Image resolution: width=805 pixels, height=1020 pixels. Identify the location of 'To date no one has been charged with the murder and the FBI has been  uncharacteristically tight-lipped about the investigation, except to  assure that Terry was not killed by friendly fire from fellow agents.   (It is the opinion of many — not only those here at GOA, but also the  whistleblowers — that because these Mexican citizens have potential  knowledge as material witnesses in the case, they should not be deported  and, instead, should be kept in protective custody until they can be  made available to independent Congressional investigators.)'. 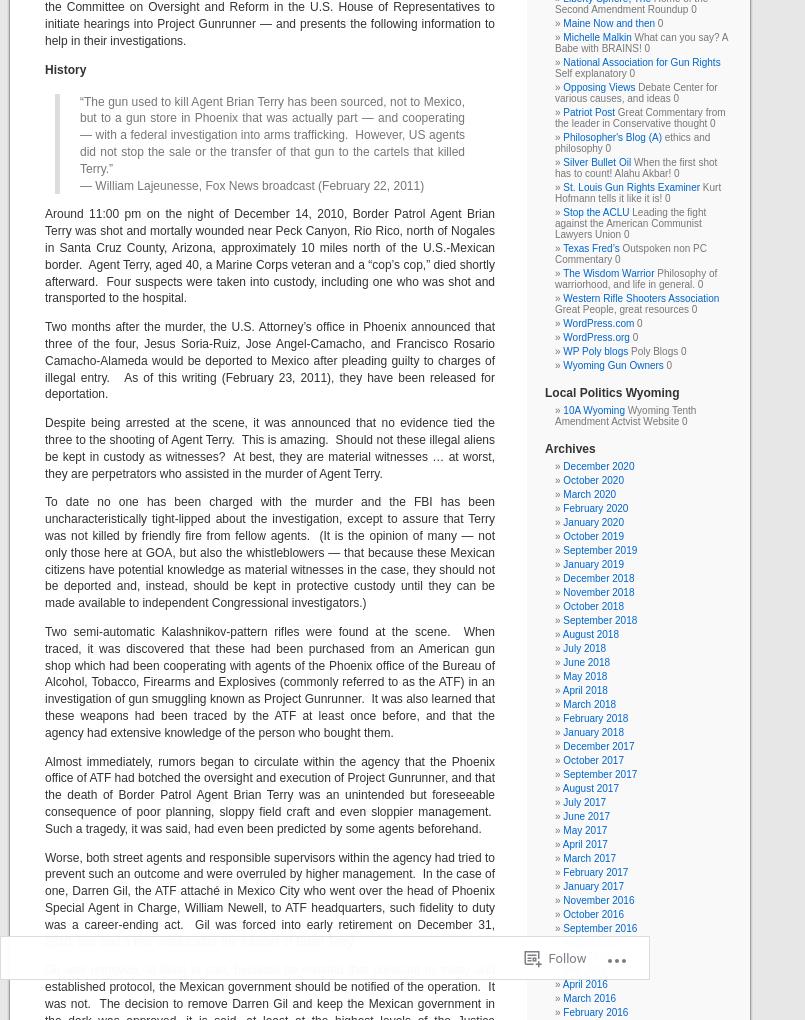
(269, 551).